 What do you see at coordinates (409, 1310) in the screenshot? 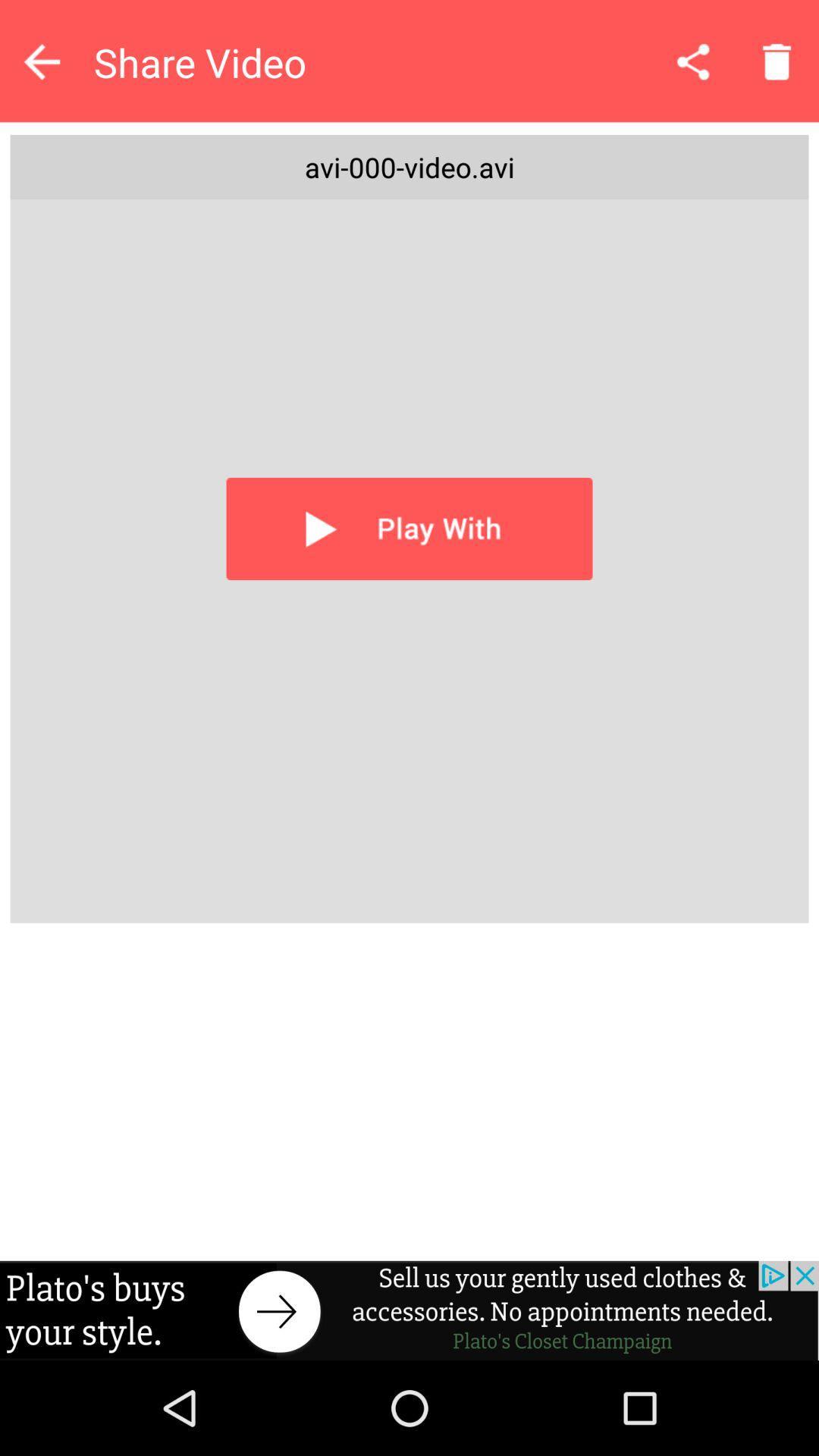
I see `click advertisement` at bounding box center [409, 1310].